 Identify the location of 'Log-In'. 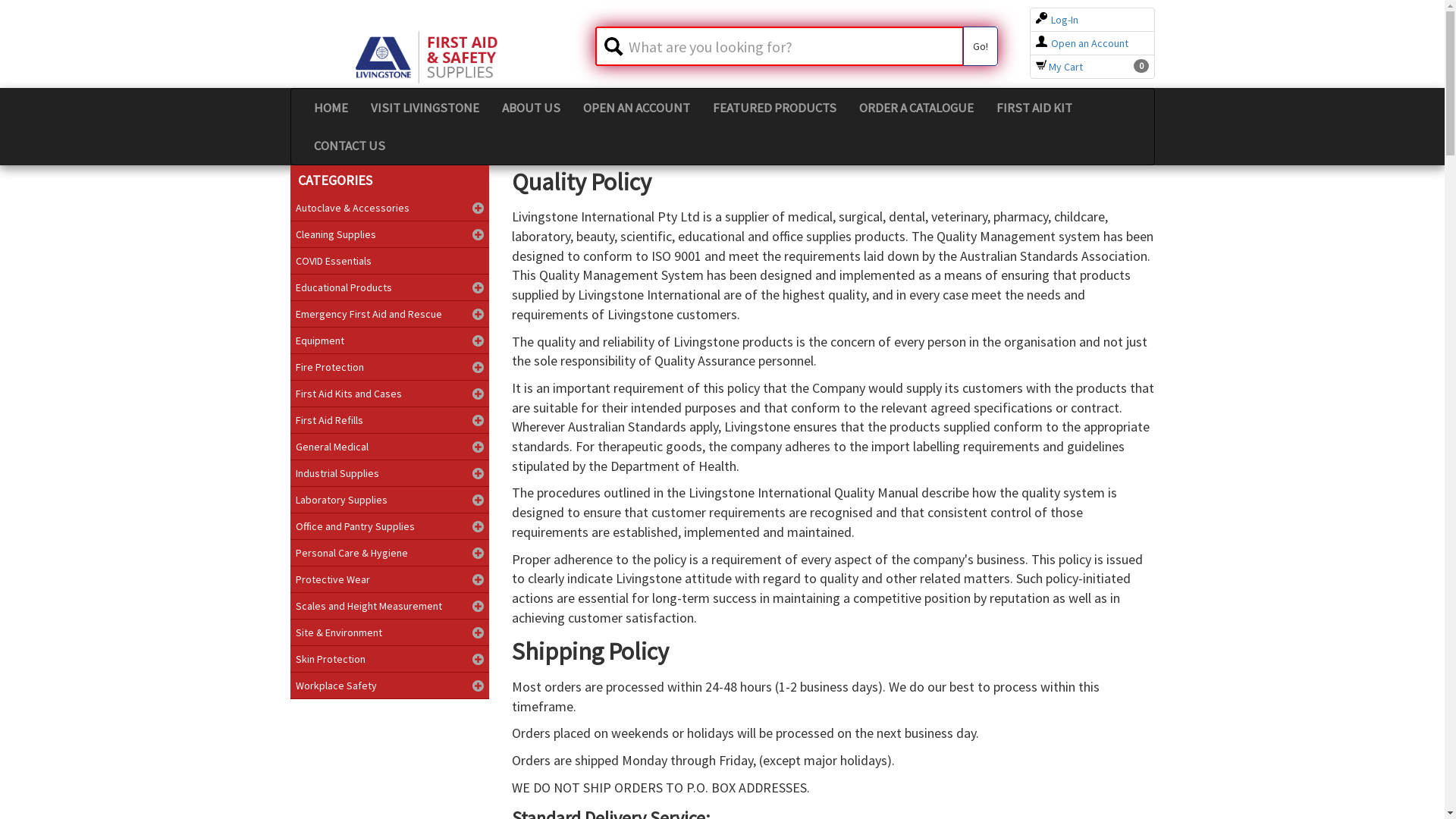
(1056, 20).